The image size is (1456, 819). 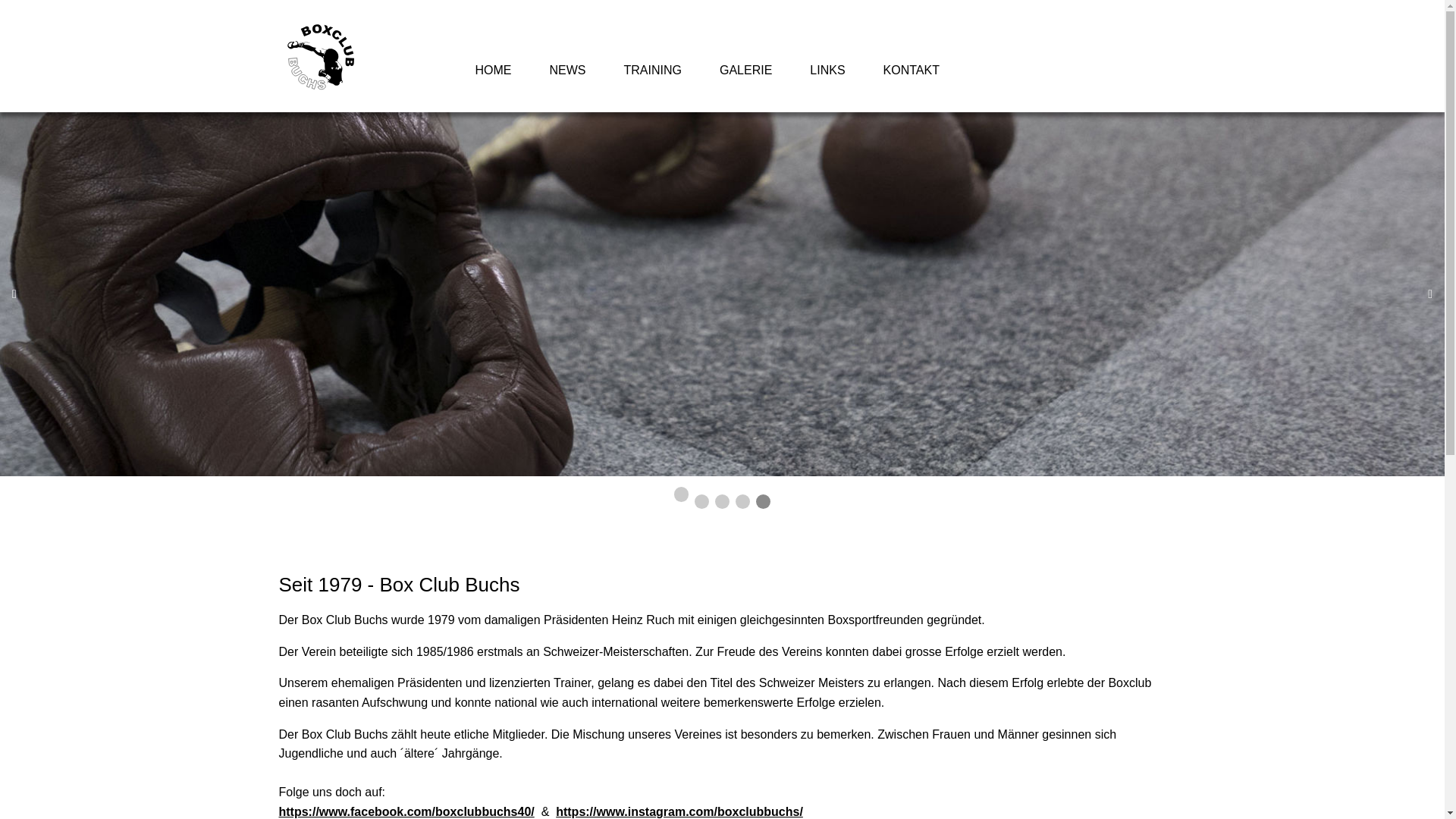 I want to click on 'GALERIE', so click(x=745, y=70).